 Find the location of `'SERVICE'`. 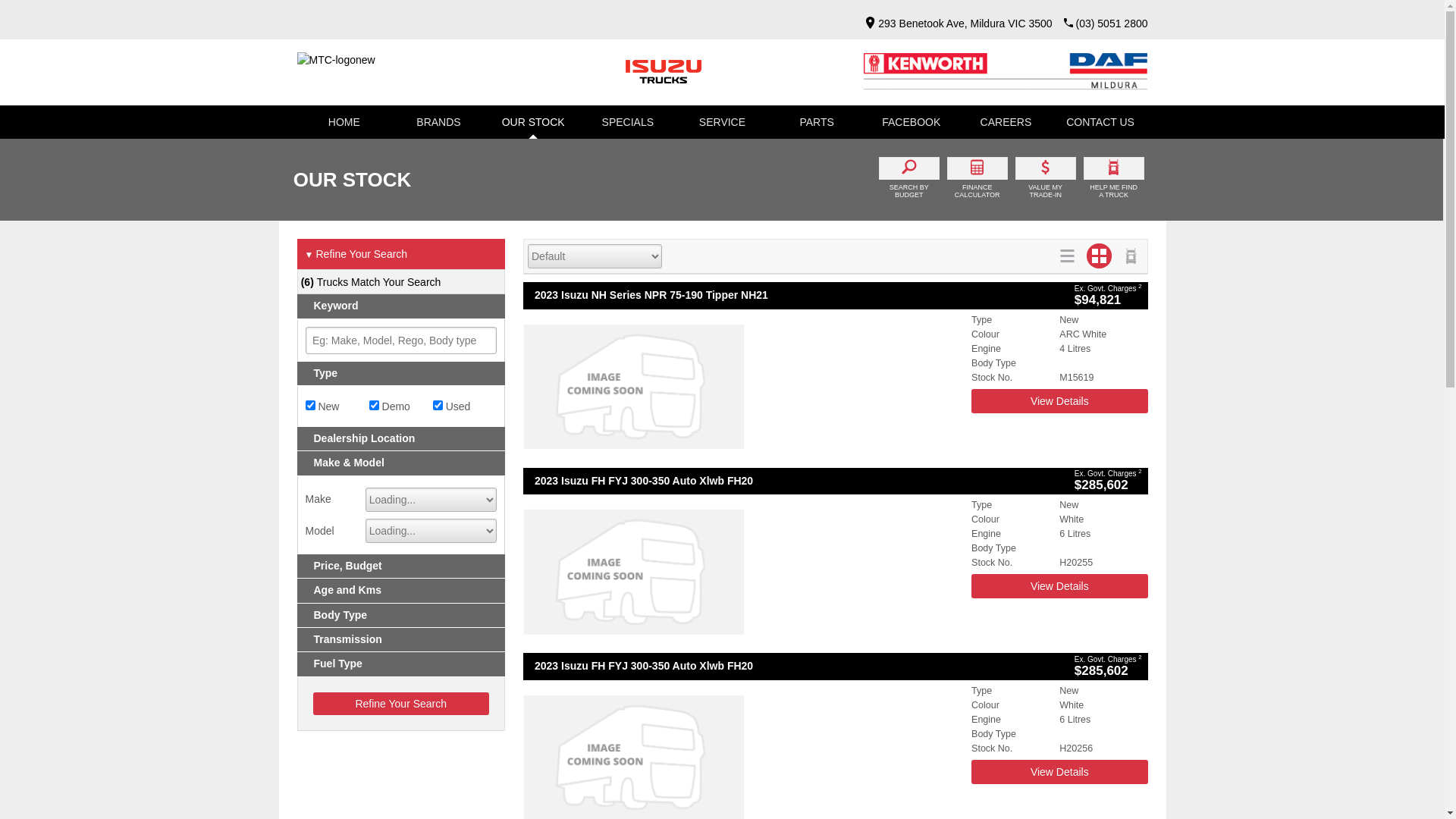

'SERVICE' is located at coordinates (673, 121).